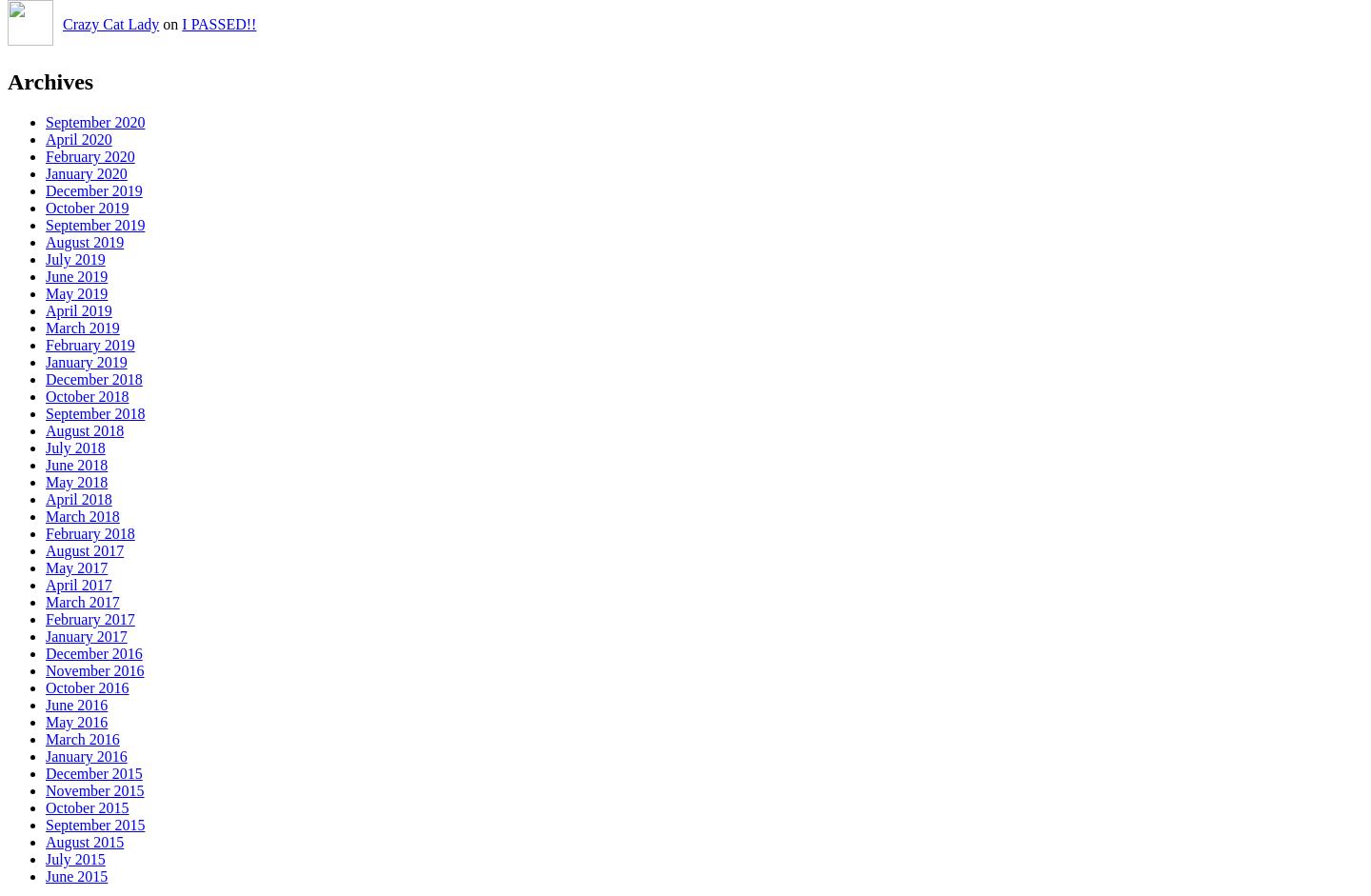 The image size is (1371, 896). I want to click on 'August 2015', so click(84, 842).